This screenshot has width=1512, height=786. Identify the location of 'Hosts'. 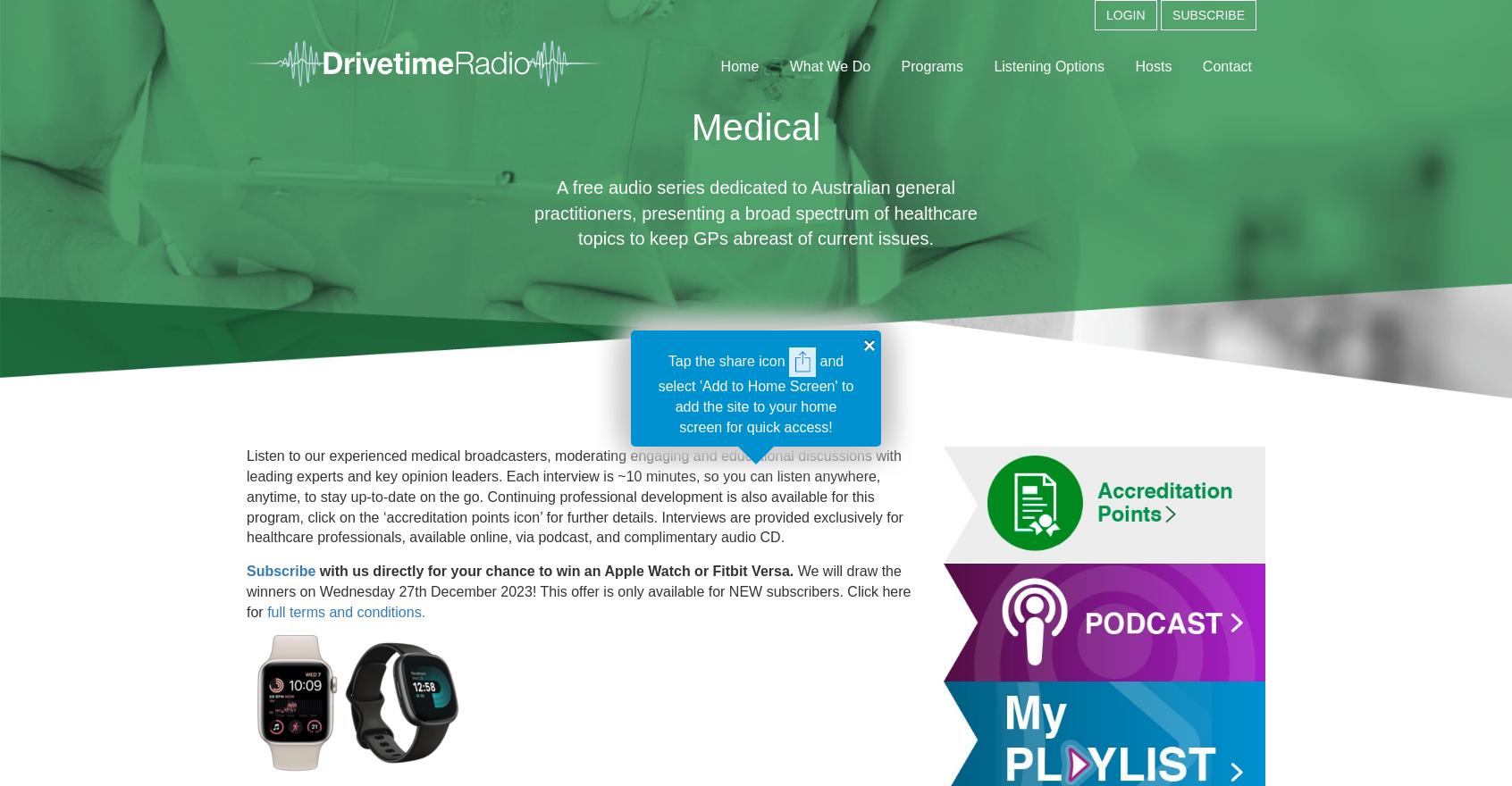
(1152, 65).